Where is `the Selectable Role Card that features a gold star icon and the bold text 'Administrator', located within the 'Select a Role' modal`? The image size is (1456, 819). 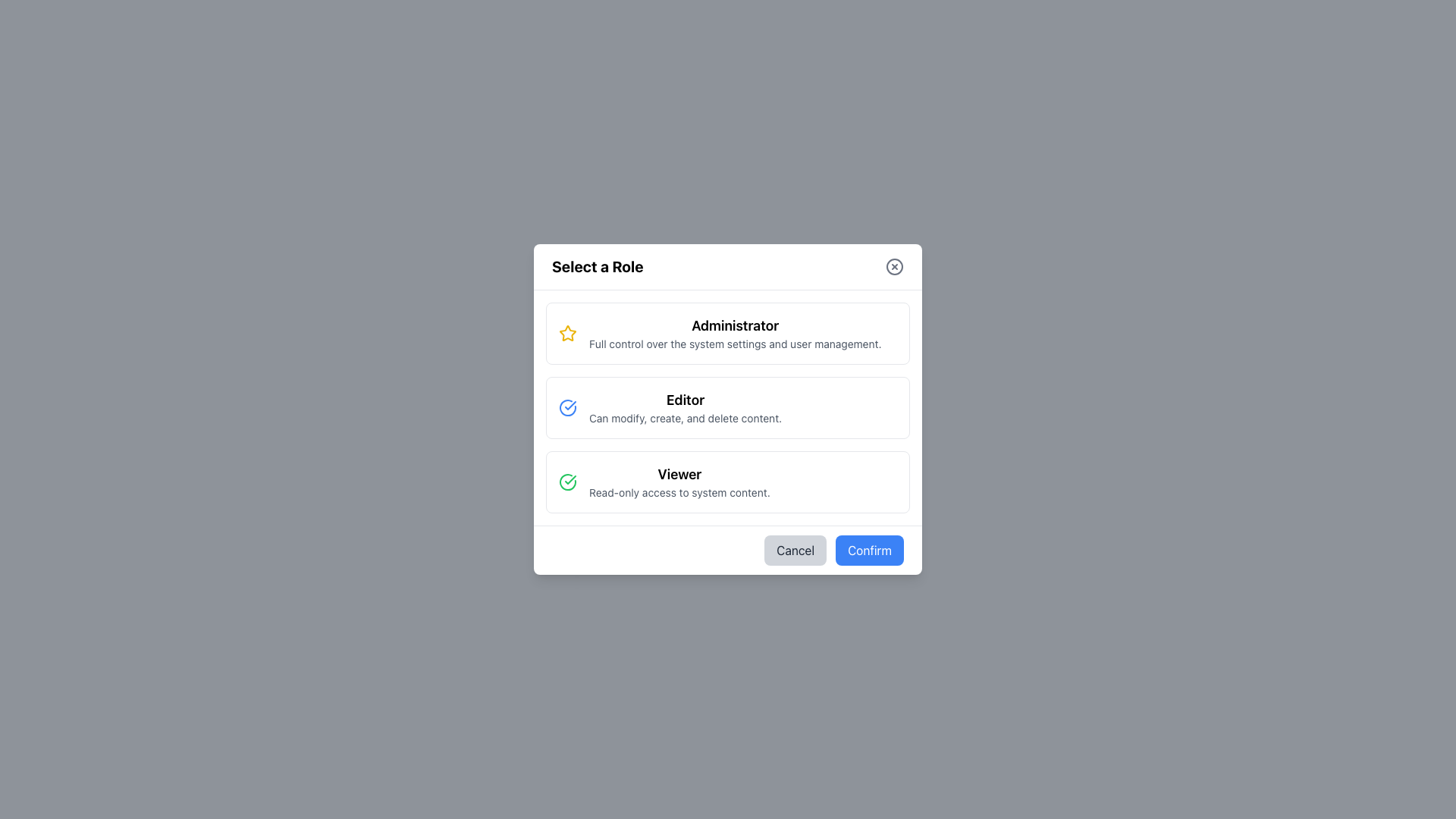
the Selectable Role Card that features a gold star icon and the bold text 'Administrator', located within the 'Select a Role' modal is located at coordinates (728, 332).